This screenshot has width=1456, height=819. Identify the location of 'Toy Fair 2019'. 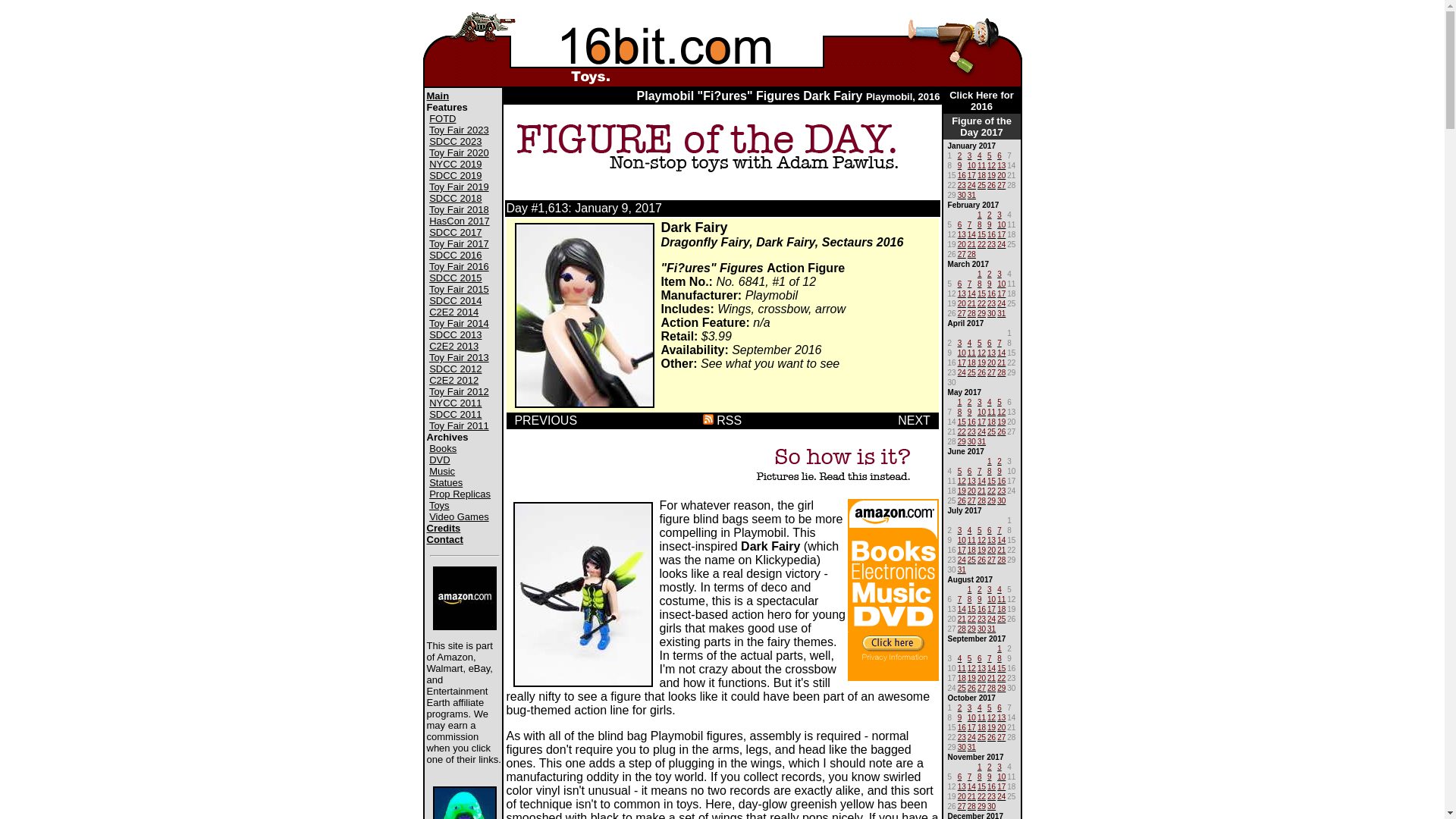
(458, 186).